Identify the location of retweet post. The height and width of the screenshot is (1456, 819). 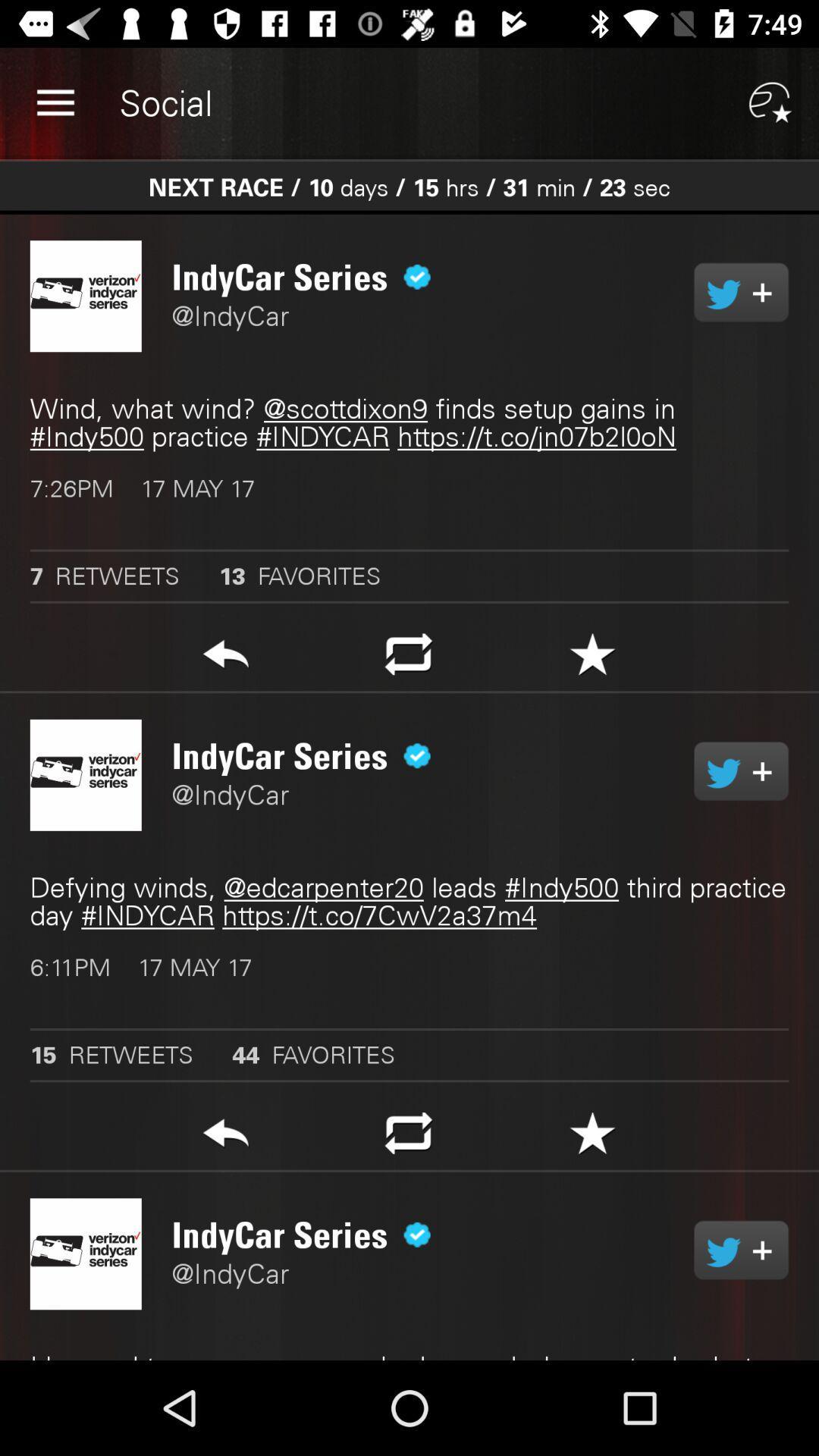
(408, 1137).